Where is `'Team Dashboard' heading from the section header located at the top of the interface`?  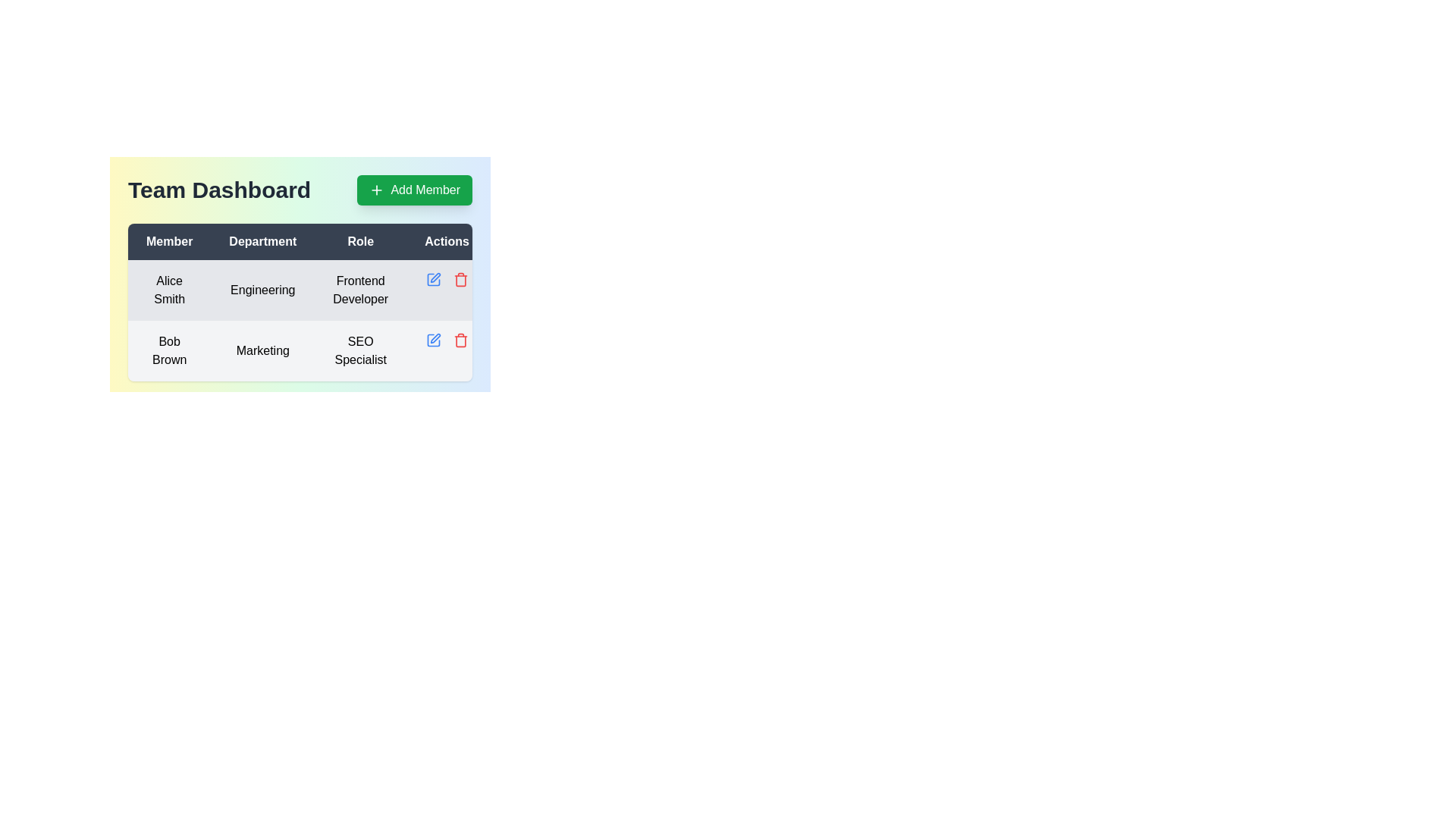
'Team Dashboard' heading from the section header located at the top of the interface is located at coordinates (300, 189).